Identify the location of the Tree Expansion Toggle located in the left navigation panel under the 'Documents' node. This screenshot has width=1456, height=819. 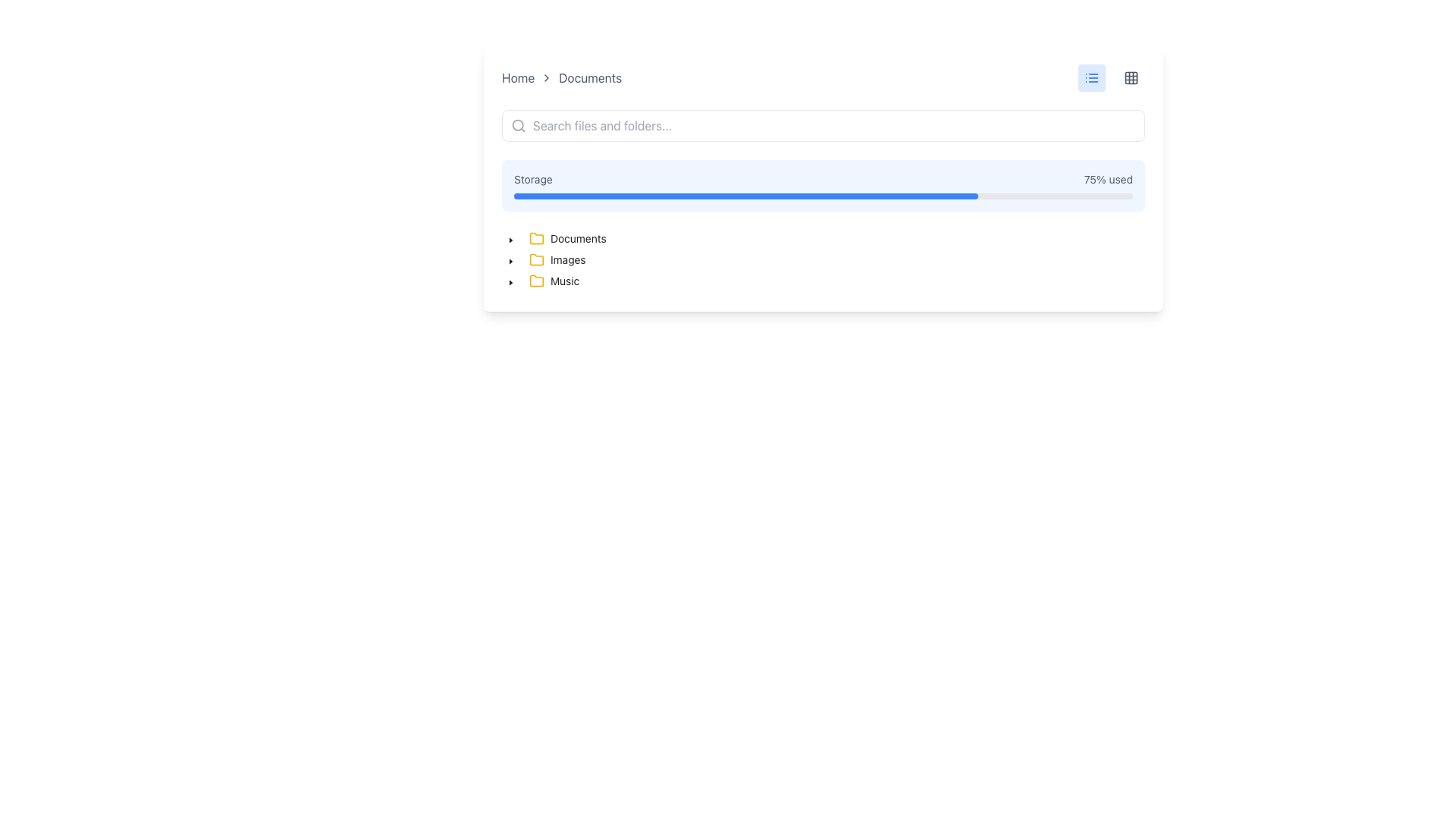
(510, 239).